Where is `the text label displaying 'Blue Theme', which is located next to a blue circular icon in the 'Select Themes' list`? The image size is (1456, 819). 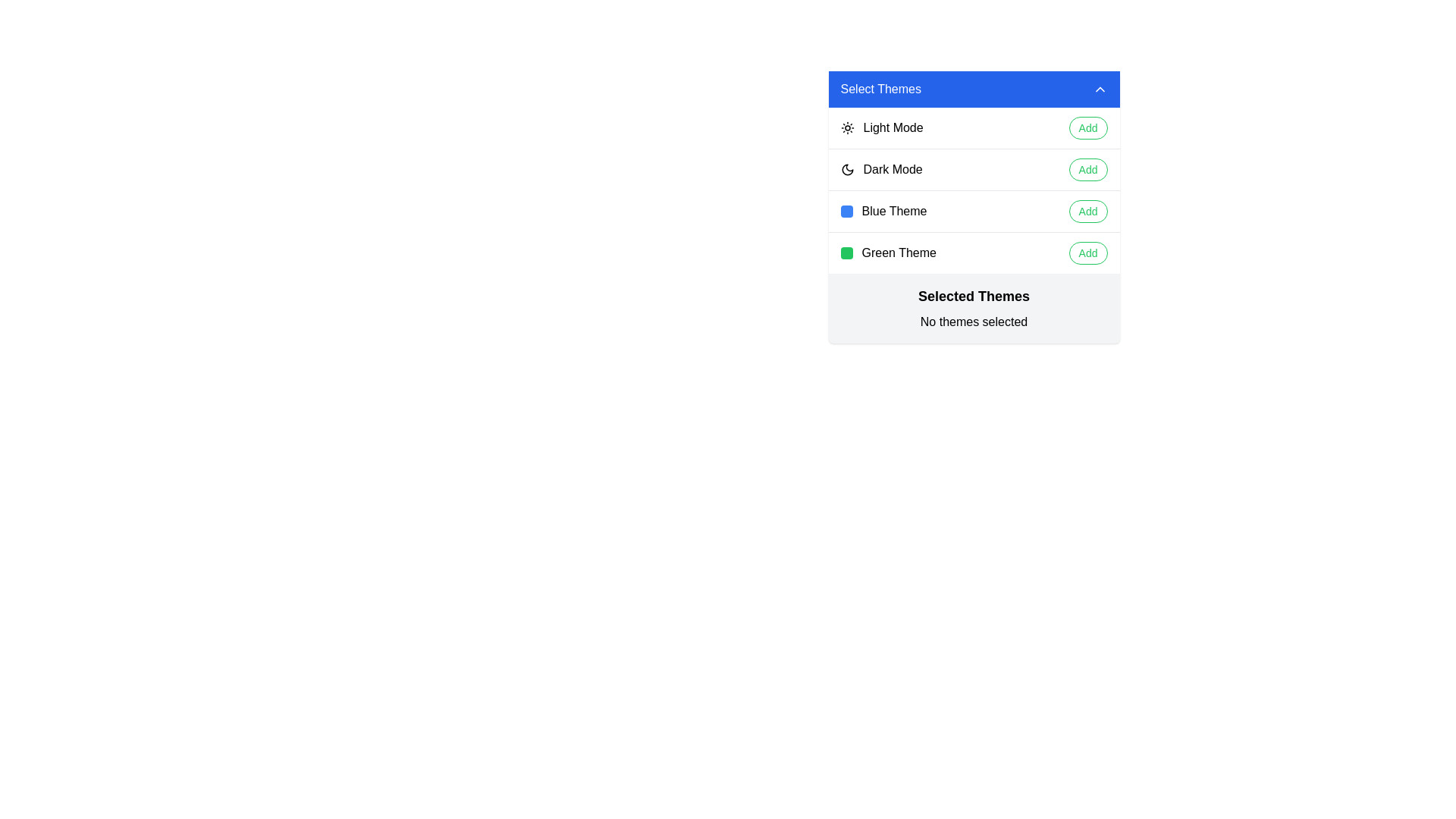 the text label displaying 'Blue Theme', which is located next to a blue circular icon in the 'Select Themes' list is located at coordinates (894, 211).